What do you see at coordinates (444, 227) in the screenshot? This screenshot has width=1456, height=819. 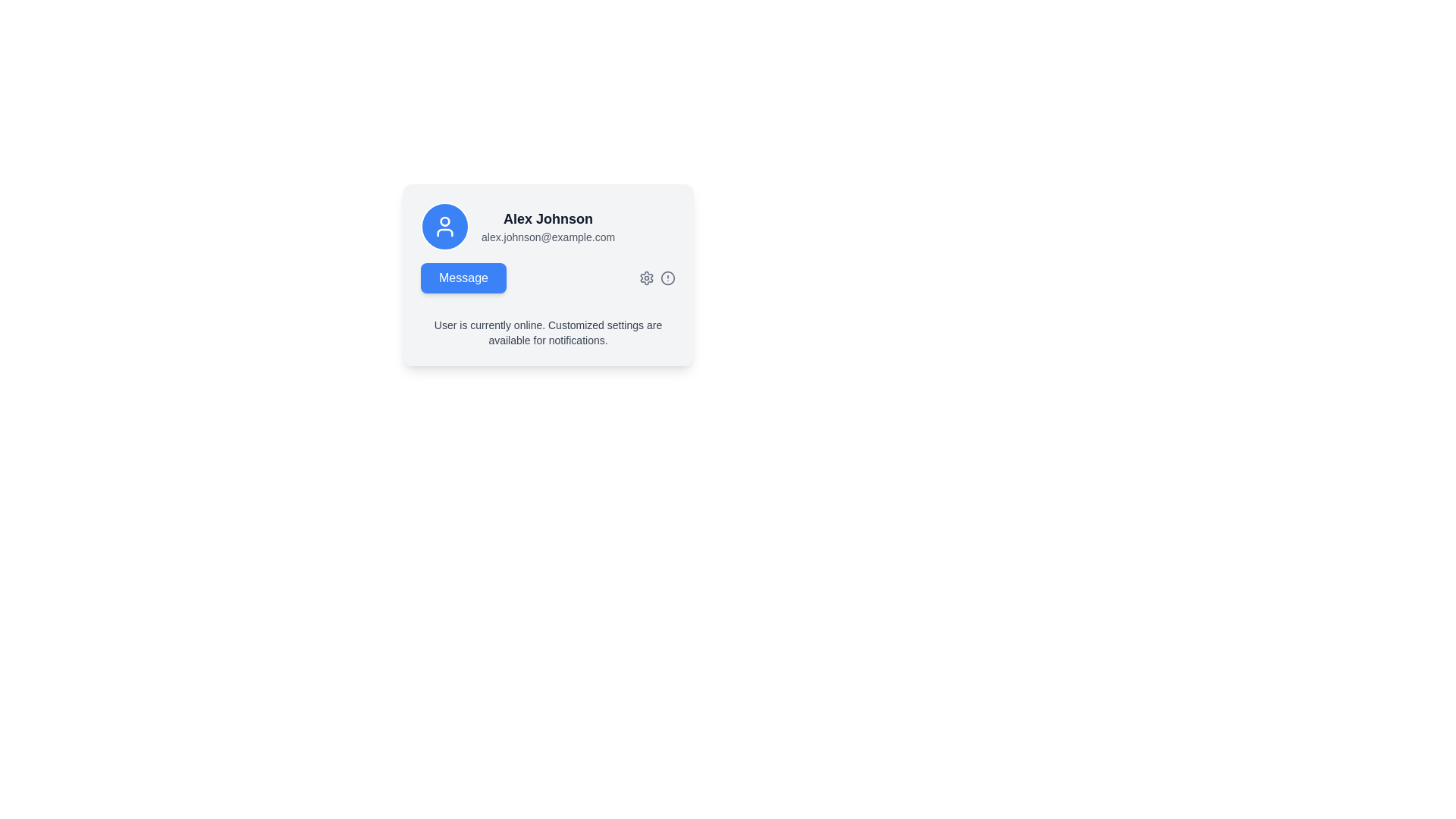 I see `the user's avatar or profile picture icon located in the upper-left region of the card structure, which is immediately to the left of the name and email address label ('Alex Johnson' and 'alex.johnson@example.com')` at bounding box center [444, 227].